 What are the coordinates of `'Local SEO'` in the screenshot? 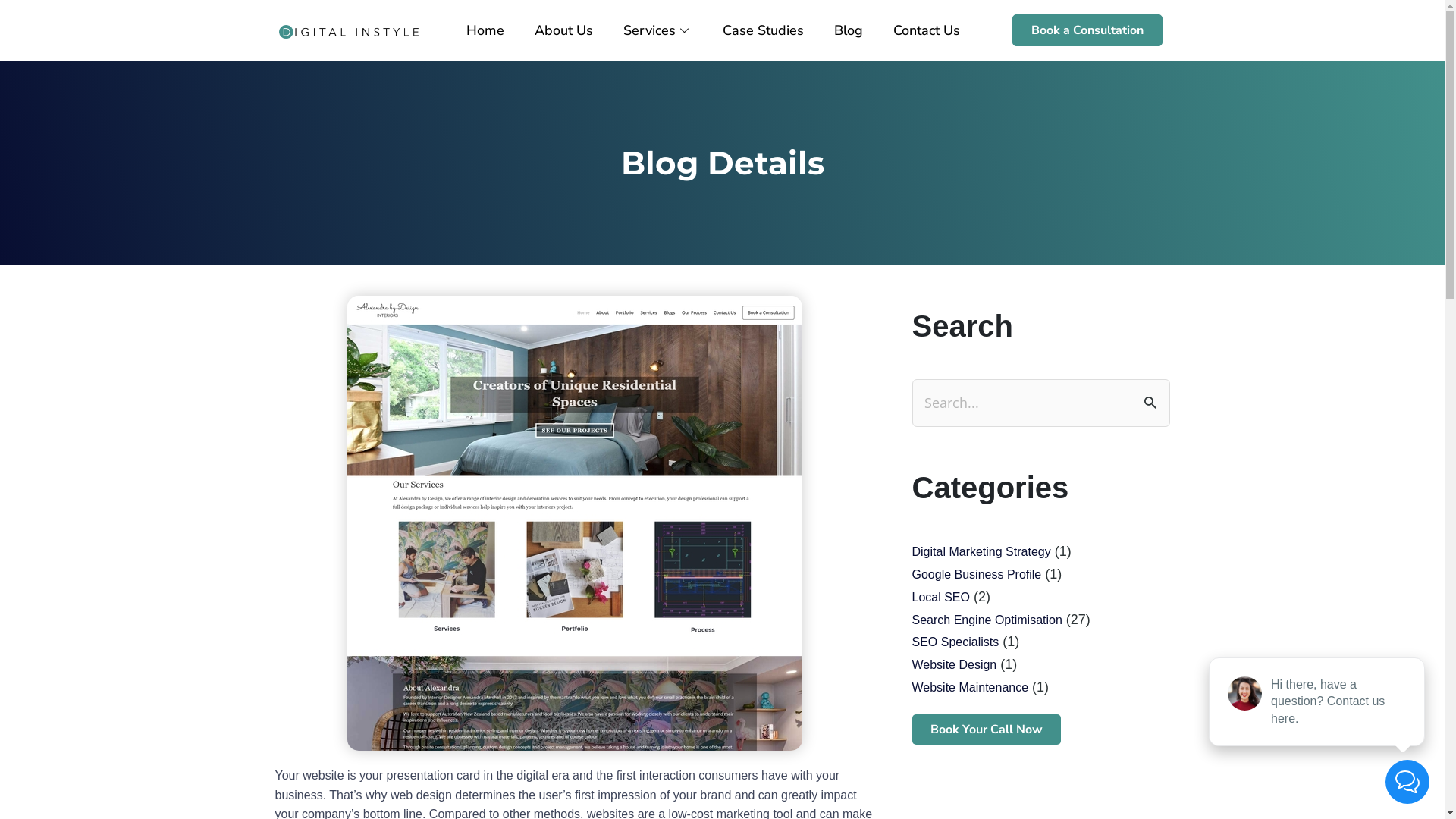 It's located at (939, 596).